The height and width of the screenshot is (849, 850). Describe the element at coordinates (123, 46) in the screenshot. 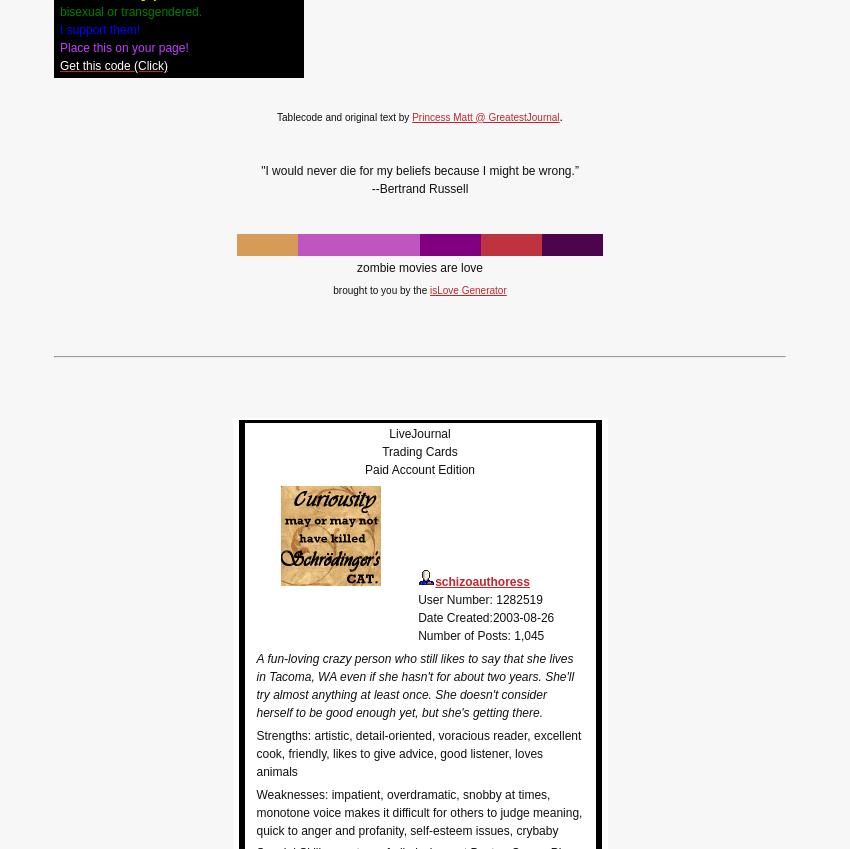

I see `'Place this on your page!'` at that location.